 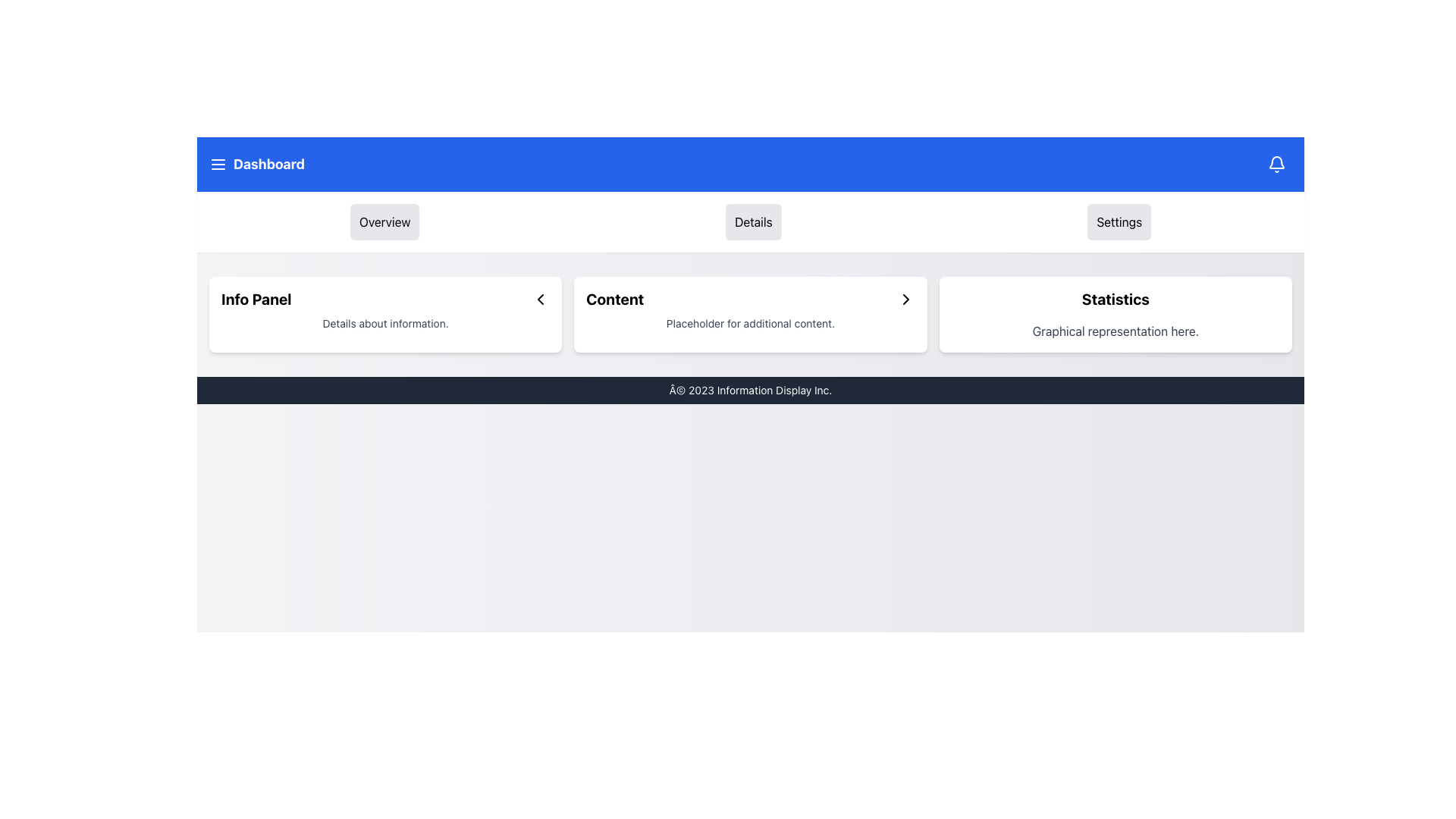 I want to click on content displayed in the middle information display panel located below the blue navigation bar, between the 'Info Panel' and the 'Statistics' panel, so click(x=750, y=314).